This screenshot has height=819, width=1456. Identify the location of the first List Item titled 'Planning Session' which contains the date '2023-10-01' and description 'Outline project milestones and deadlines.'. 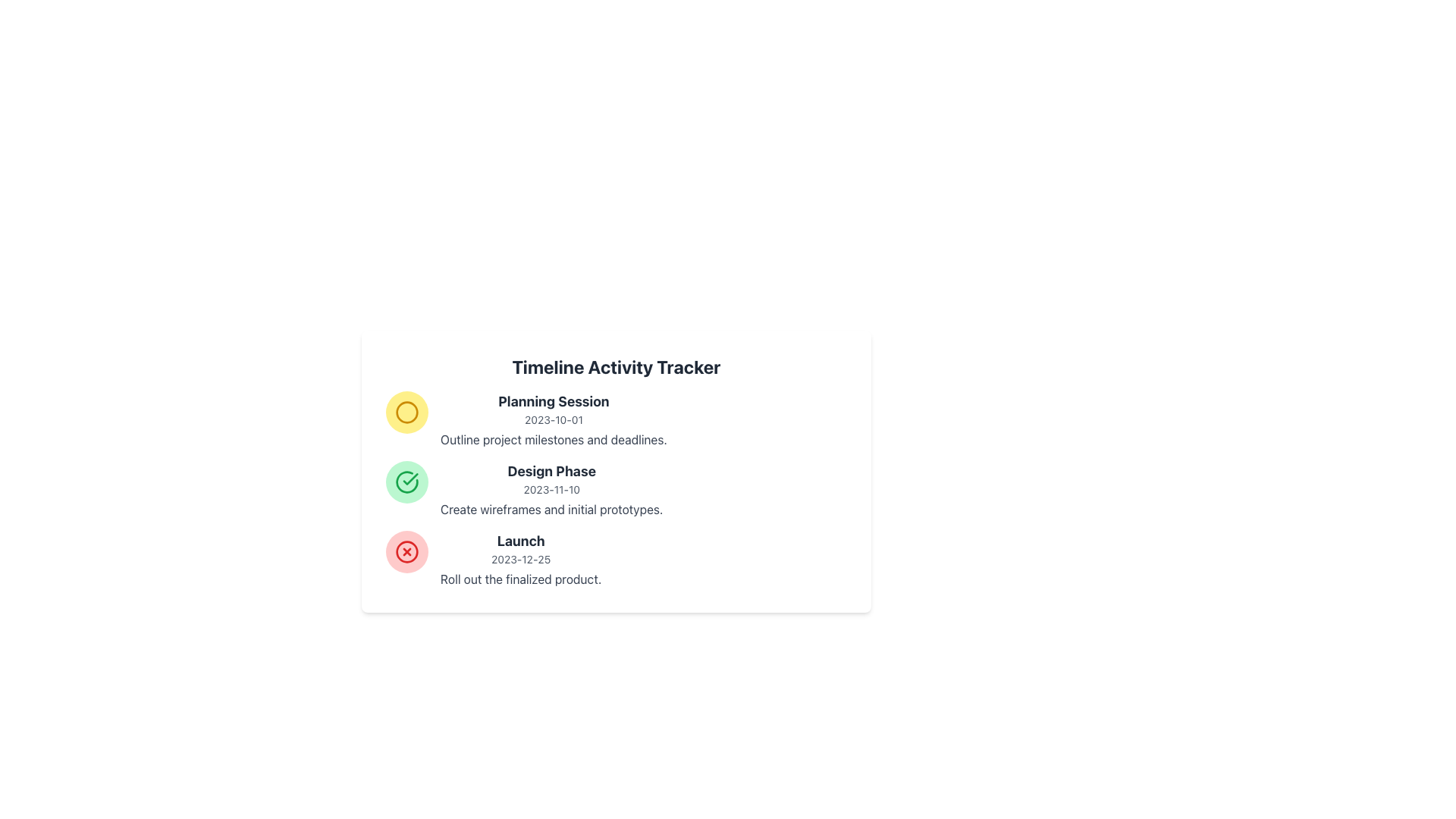
(616, 420).